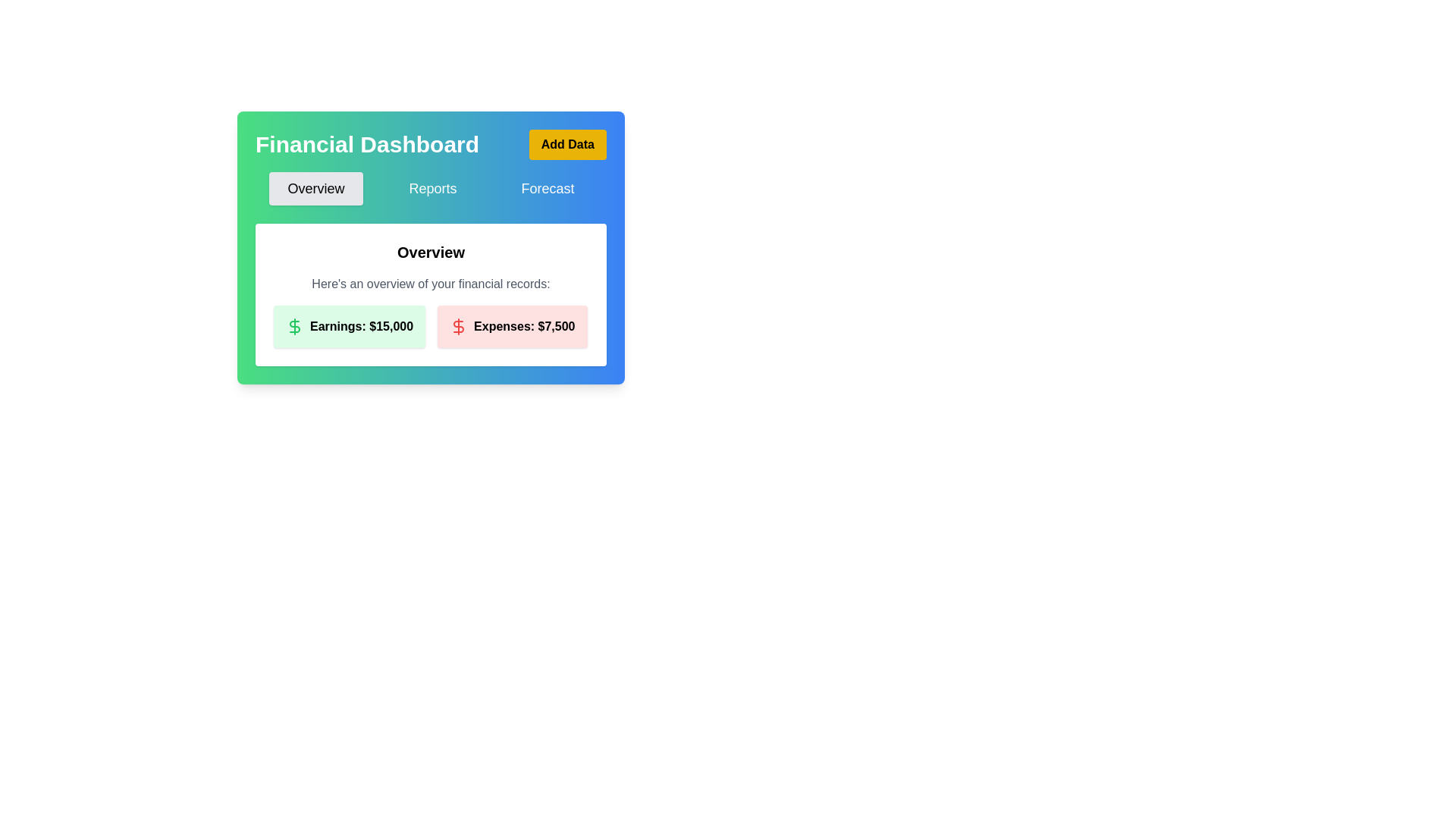 This screenshot has height=819, width=1456. What do you see at coordinates (294, 326) in the screenshot?
I see `the dollar sign icon, which is styled in green and located to the far left of the label 'Earnings: $15,000' in the financial dashboard` at bounding box center [294, 326].